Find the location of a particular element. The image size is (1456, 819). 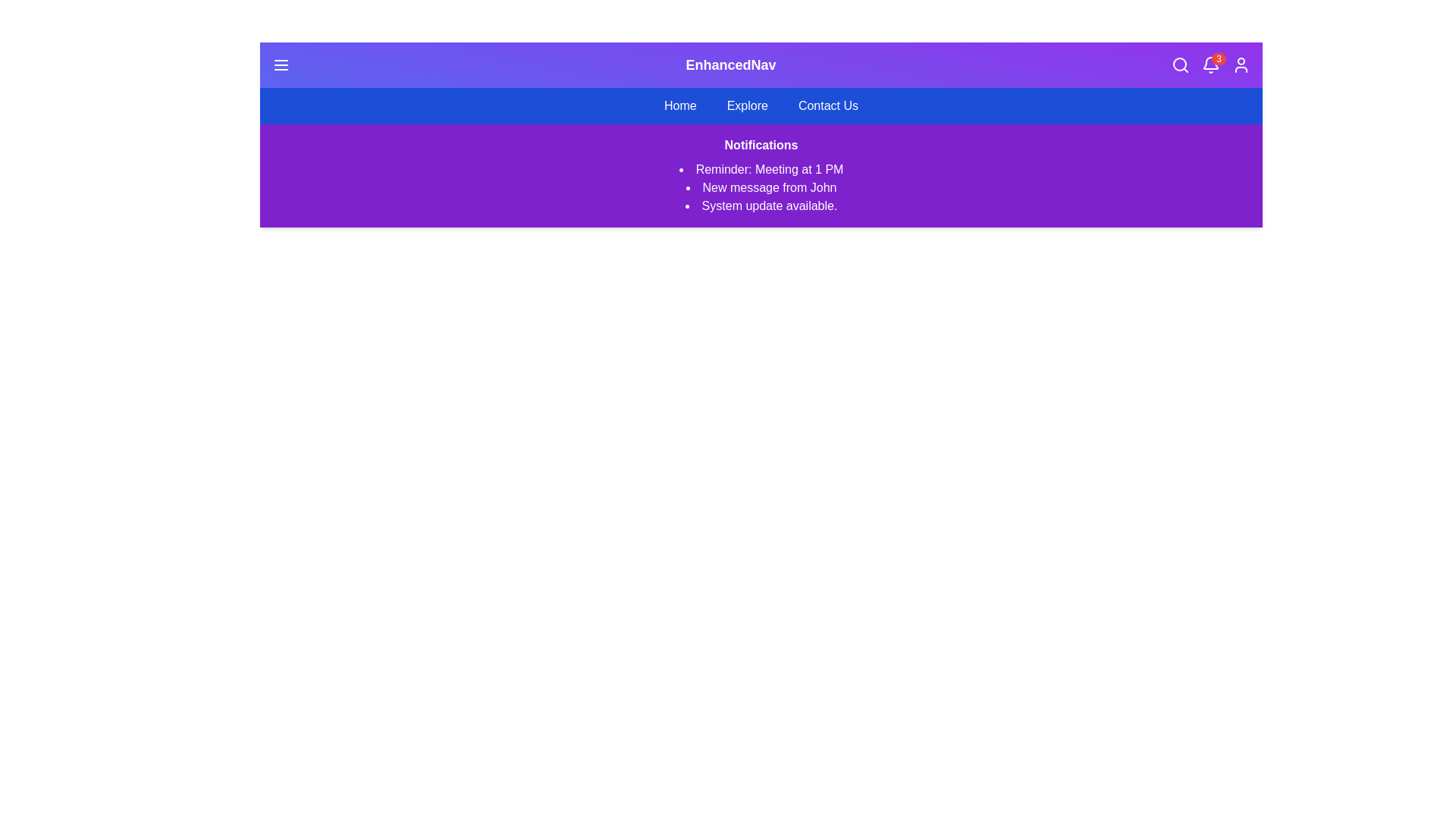

the first item in the 'Notifications' list, which serves as an informational message about an upcoming meeting at 1 PM is located at coordinates (761, 169).